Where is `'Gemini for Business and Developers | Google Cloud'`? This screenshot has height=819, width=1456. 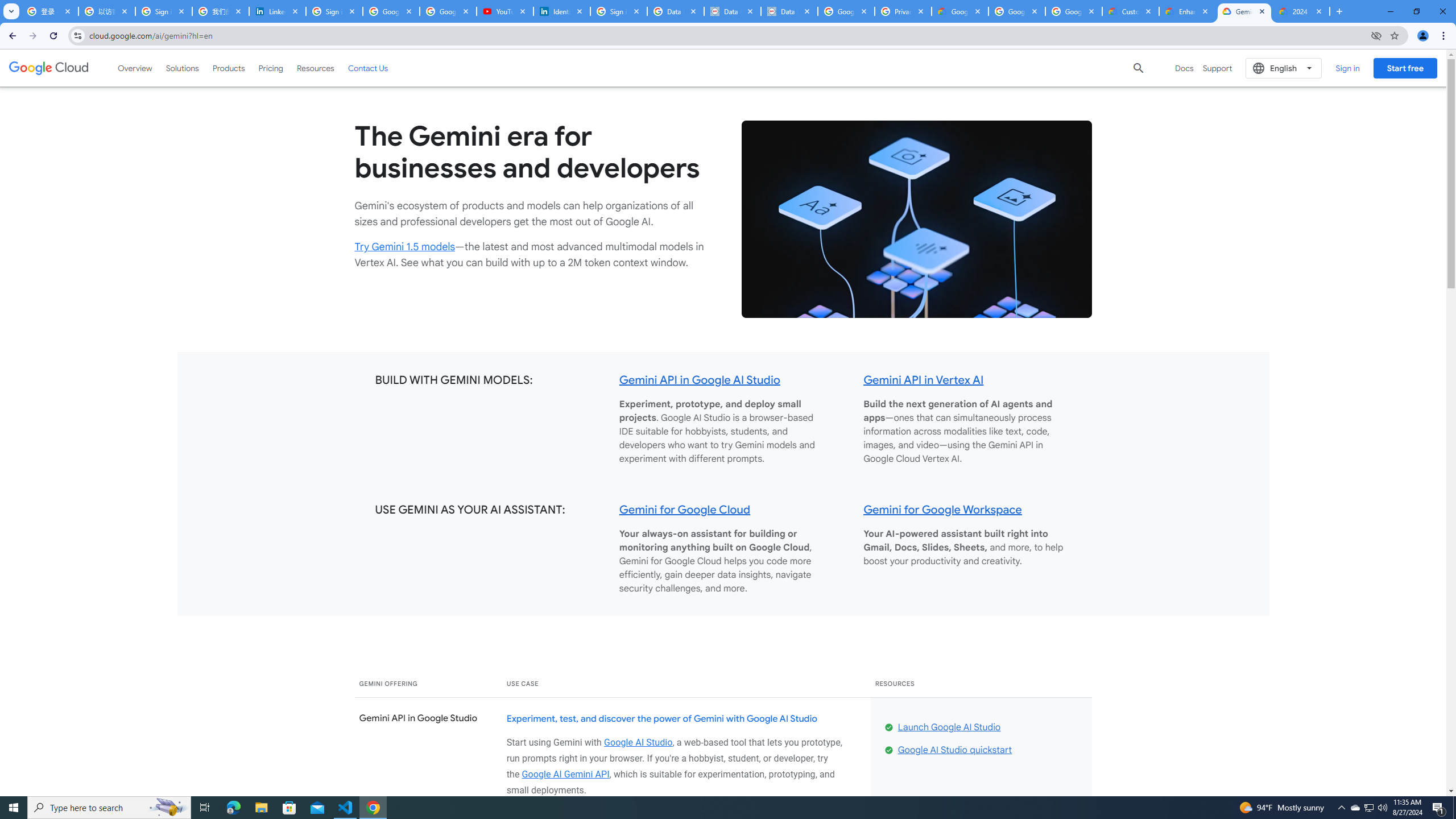 'Gemini for Business and Developers | Google Cloud' is located at coordinates (1244, 11).